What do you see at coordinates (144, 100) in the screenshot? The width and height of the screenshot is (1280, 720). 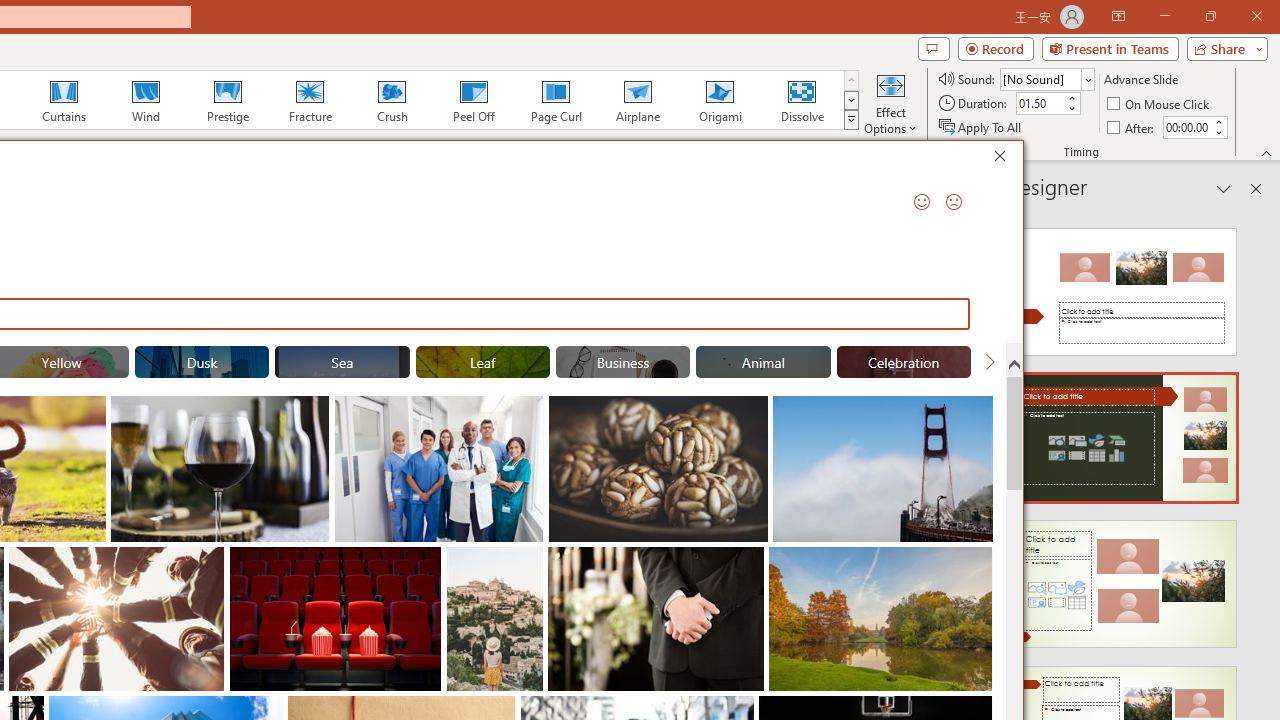 I see `'Wind'` at bounding box center [144, 100].